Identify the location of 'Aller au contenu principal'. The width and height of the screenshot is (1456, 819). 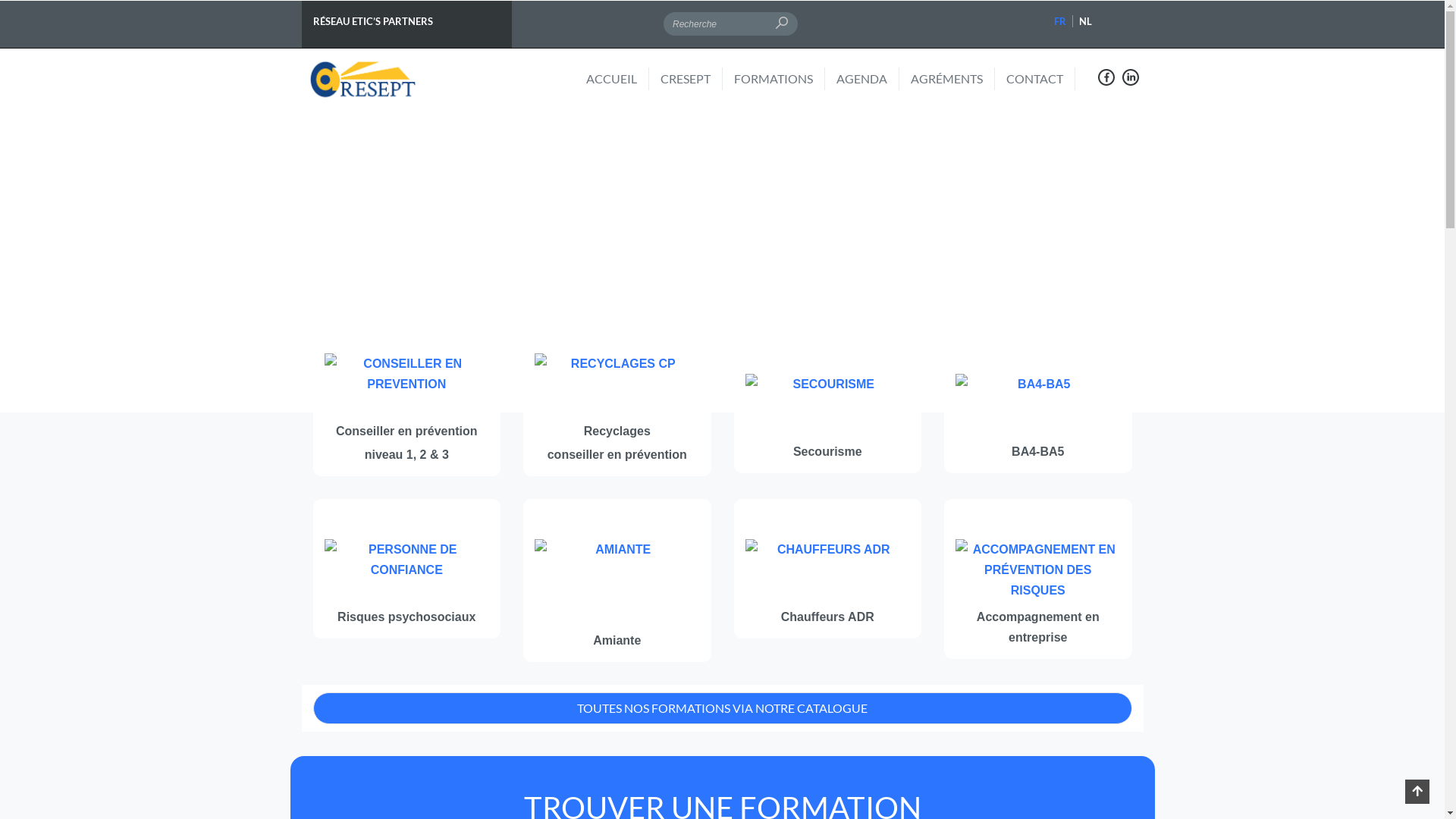
(0, 0).